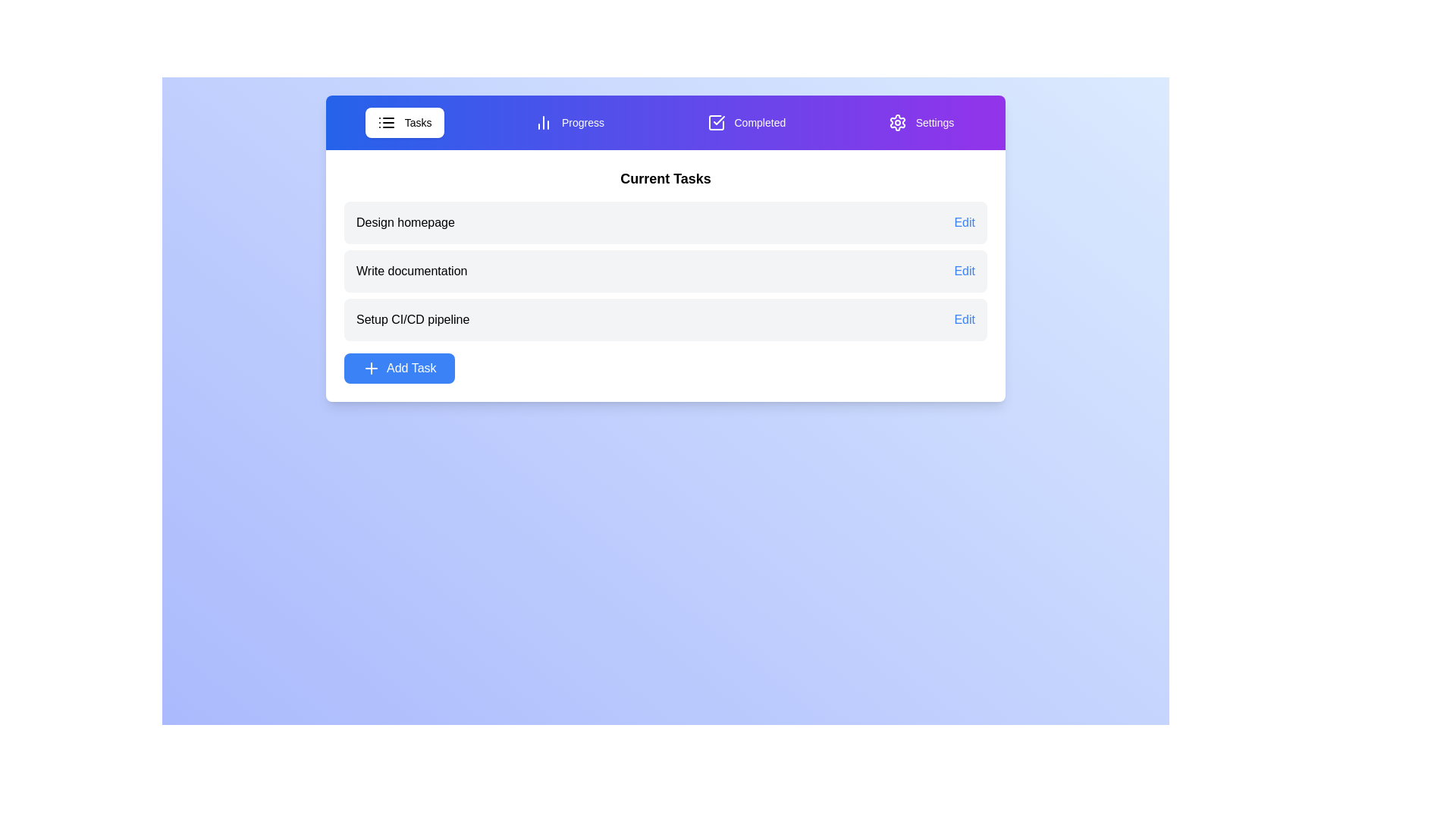 This screenshot has width=1456, height=819. Describe the element at coordinates (405, 222) in the screenshot. I see `the text label that describes the first task` at that location.